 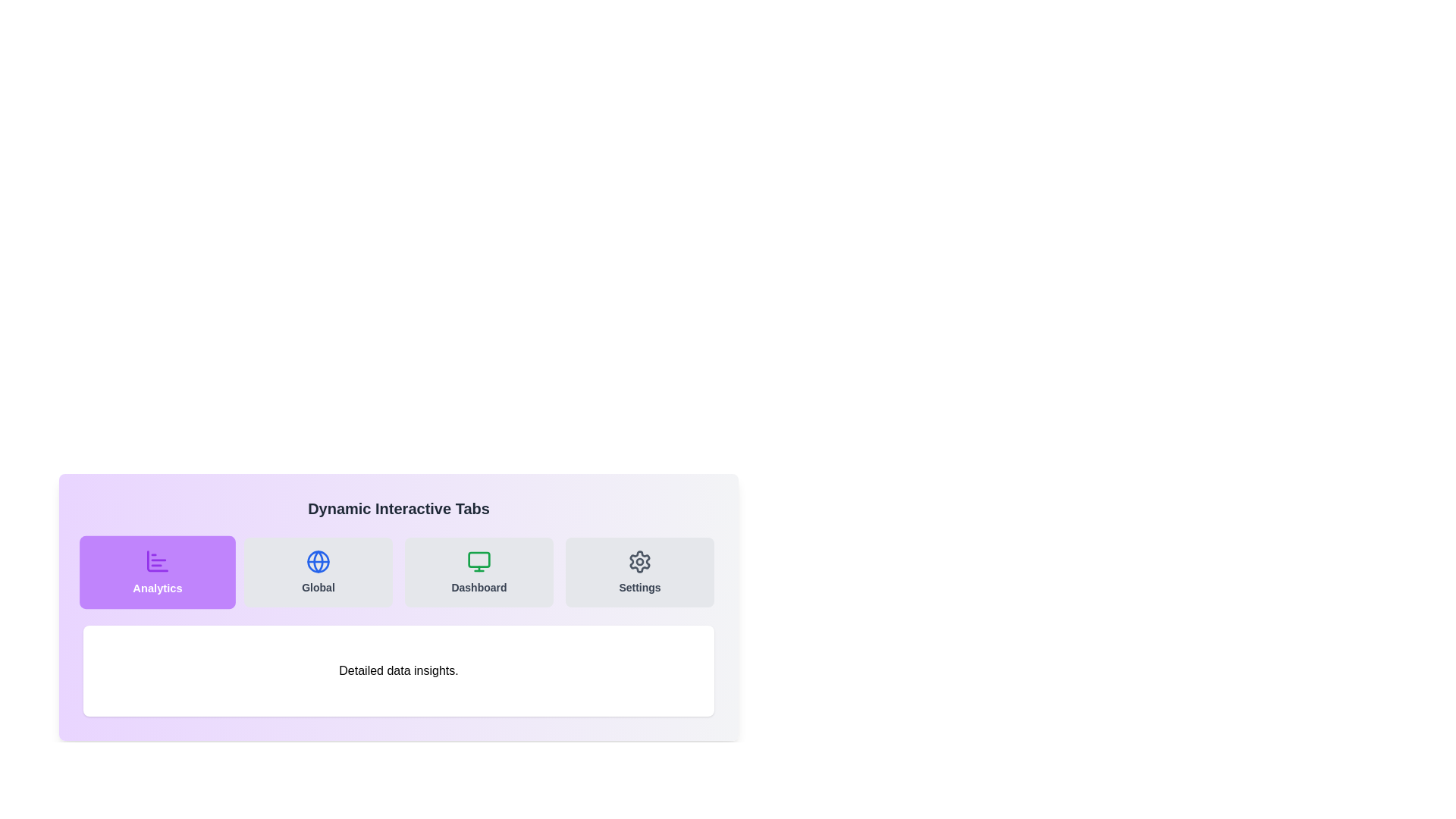 What do you see at coordinates (479, 559) in the screenshot?
I see `the top rectangle of the monitor icon located in the 'Dashboard' tab, which is third from the left in the tab list` at bounding box center [479, 559].